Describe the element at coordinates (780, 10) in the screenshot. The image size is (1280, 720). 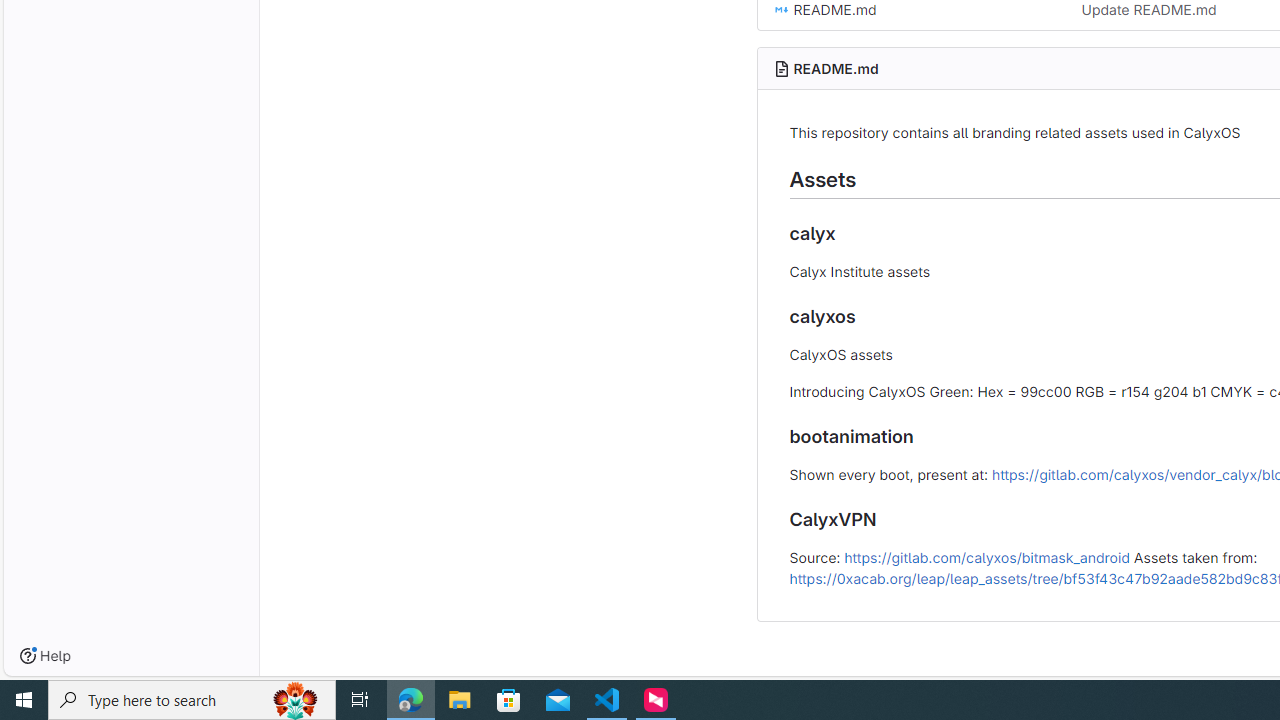
I see `'Class: s16 position-relative file-icon'` at that location.